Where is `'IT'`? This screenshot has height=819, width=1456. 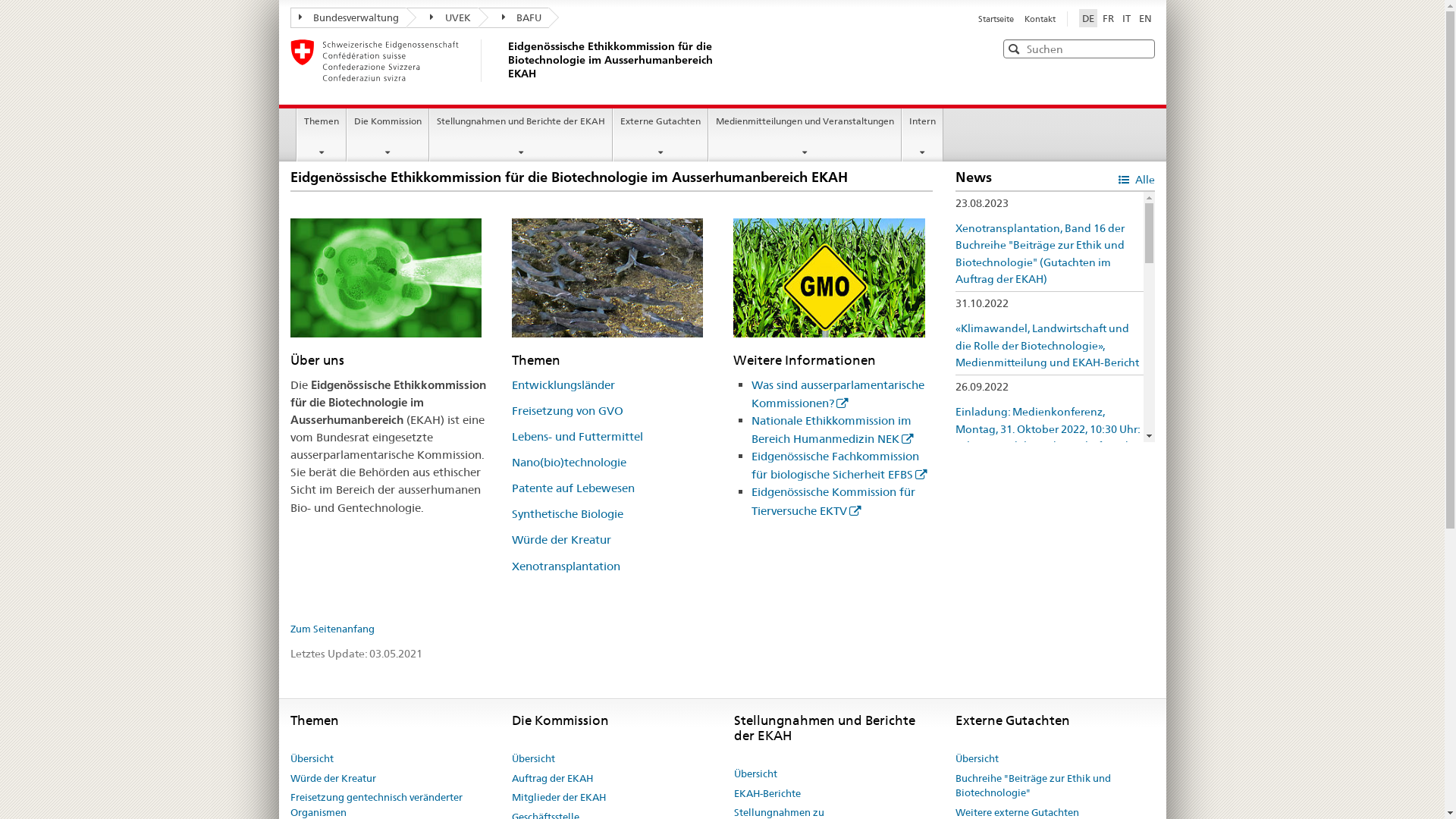 'IT' is located at coordinates (1126, 17).